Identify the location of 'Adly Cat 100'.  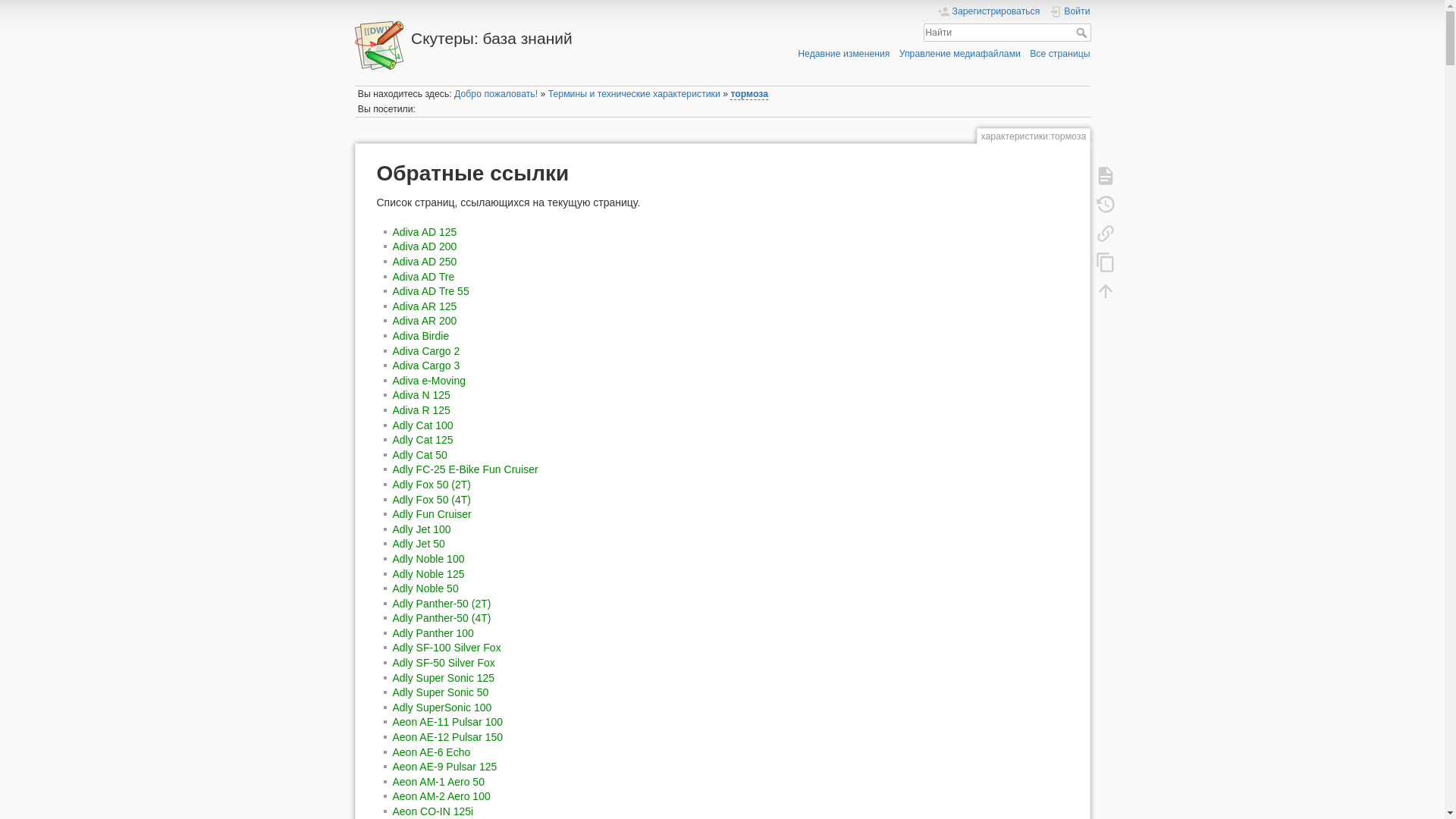
(422, 425).